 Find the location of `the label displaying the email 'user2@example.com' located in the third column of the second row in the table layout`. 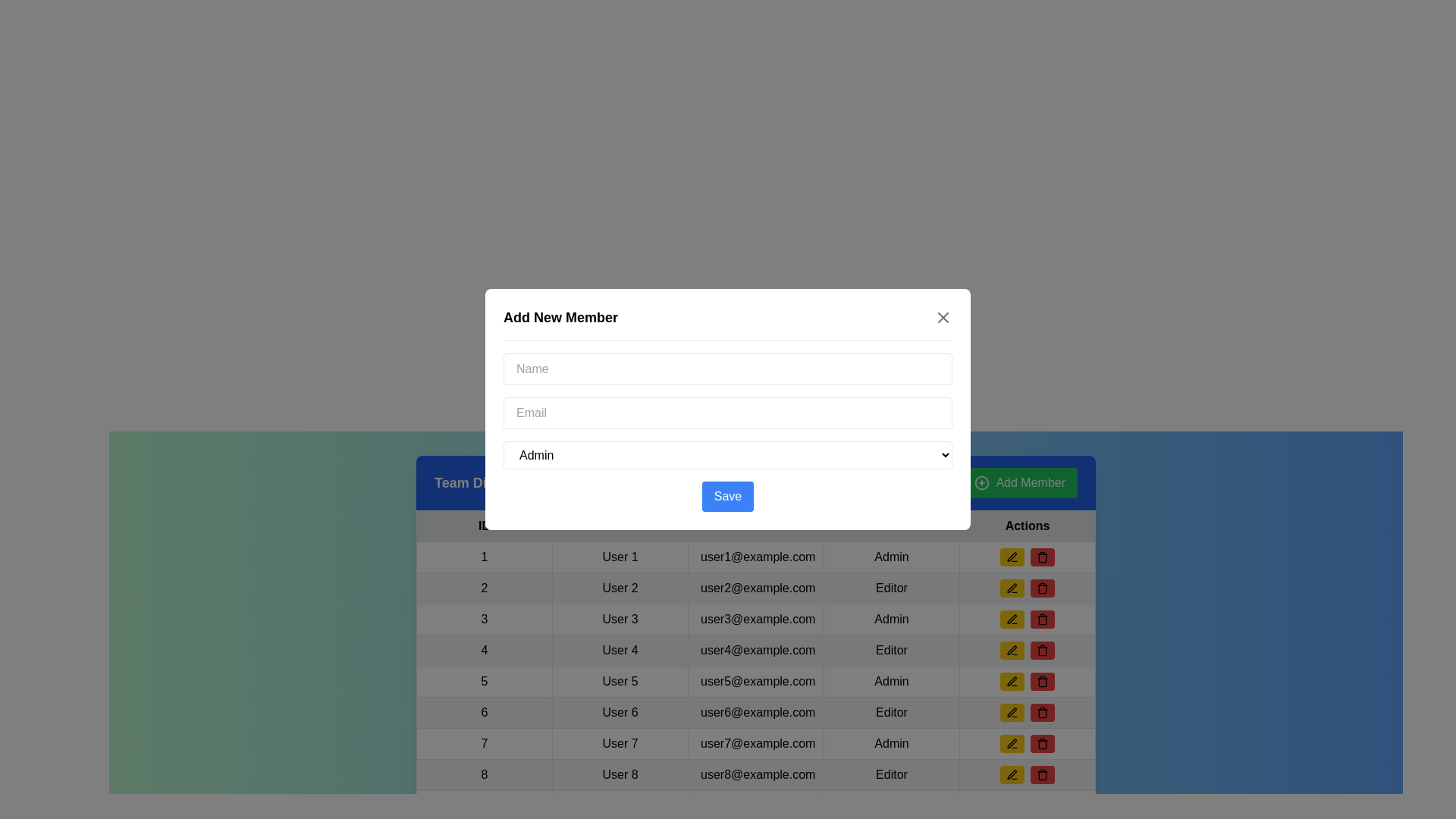

the label displaying the email 'user2@example.com' located in the third column of the second row in the table layout is located at coordinates (756, 587).